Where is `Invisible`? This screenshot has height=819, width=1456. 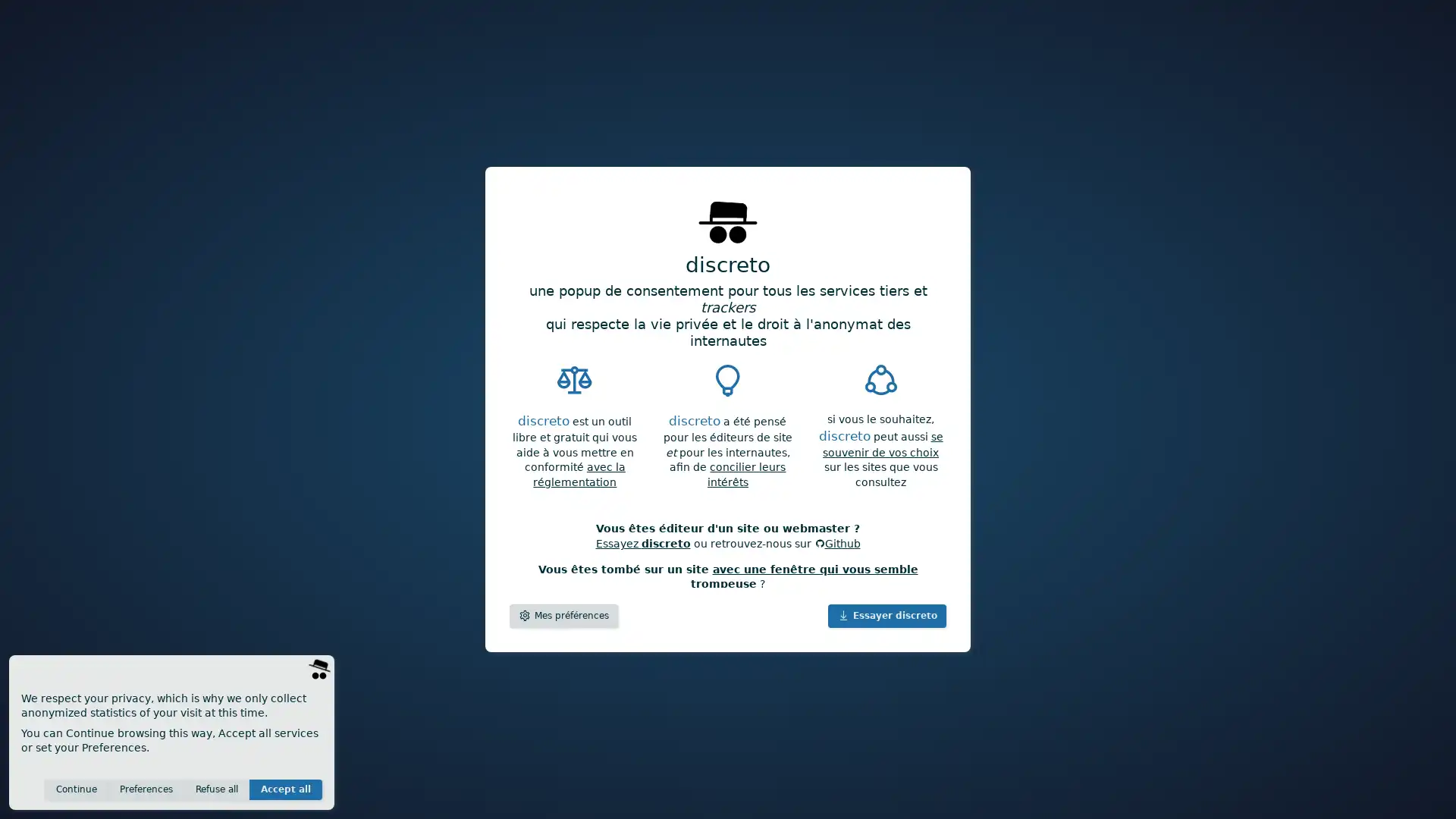
Invisible is located at coordinates (244, 795).